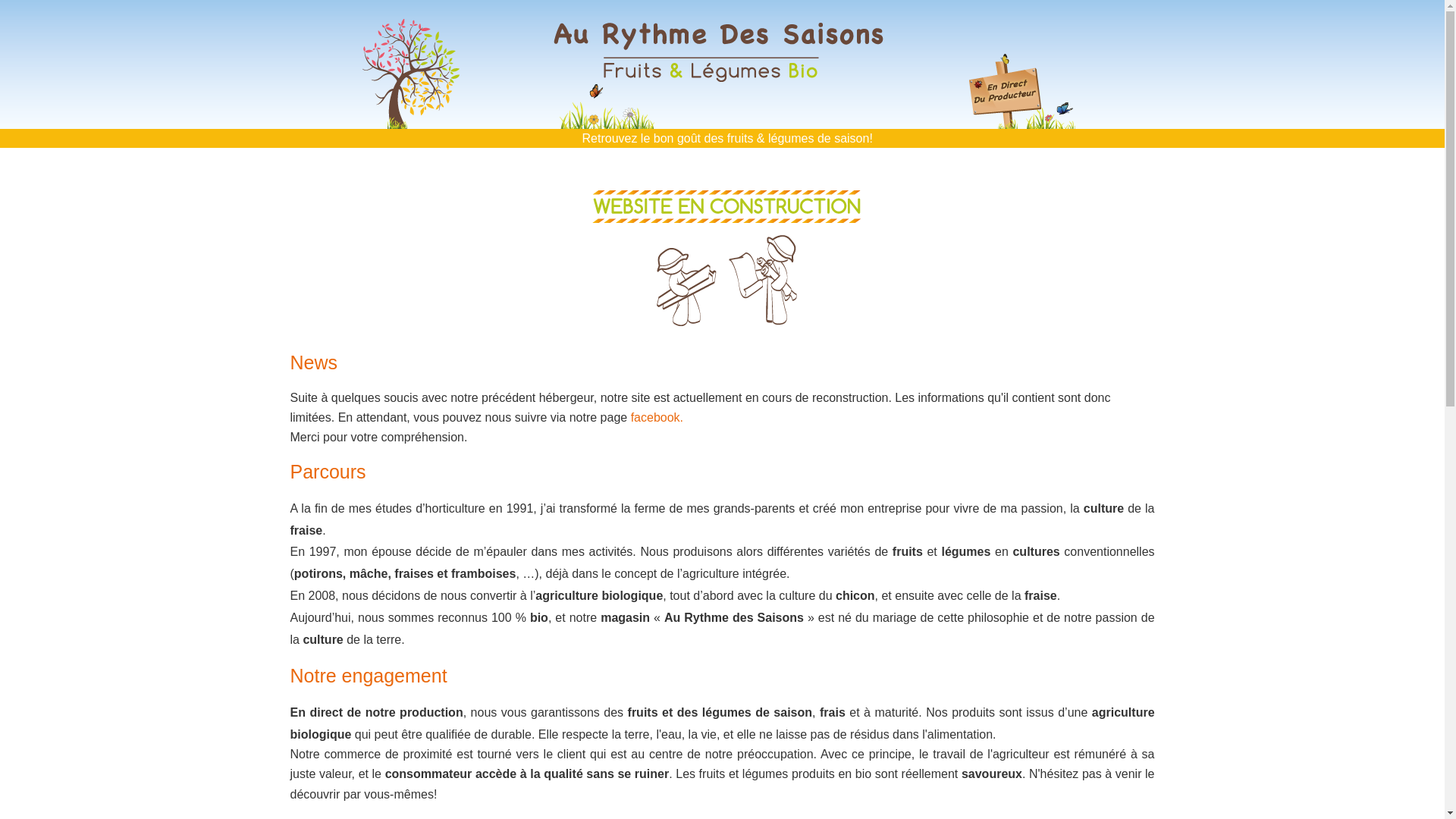 The height and width of the screenshot is (819, 1456). Describe the element at coordinates (657, 417) in the screenshot. I see `'facebook.'` at that location.